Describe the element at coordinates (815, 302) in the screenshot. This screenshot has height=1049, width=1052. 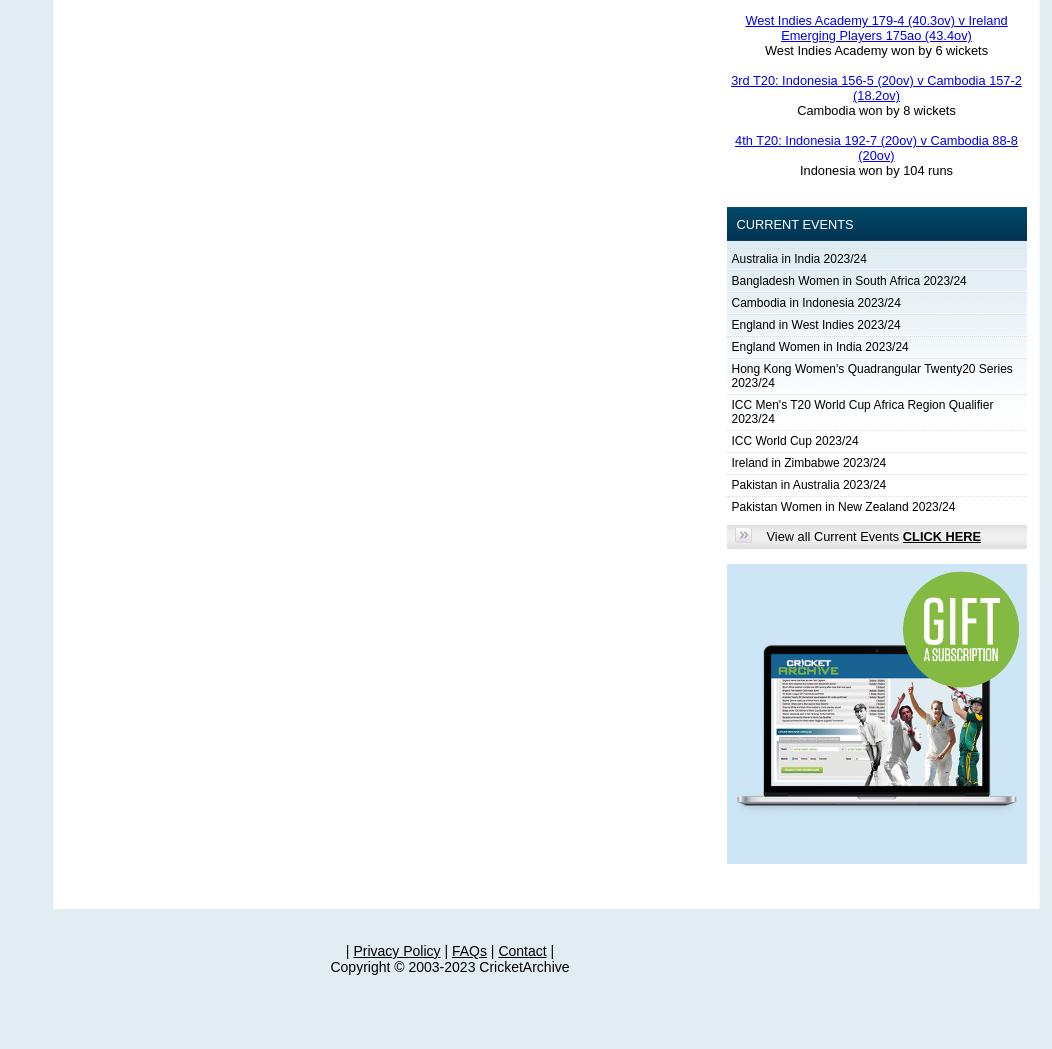
I see `'Cambodia in Indonesia 2023/24'` at that location.